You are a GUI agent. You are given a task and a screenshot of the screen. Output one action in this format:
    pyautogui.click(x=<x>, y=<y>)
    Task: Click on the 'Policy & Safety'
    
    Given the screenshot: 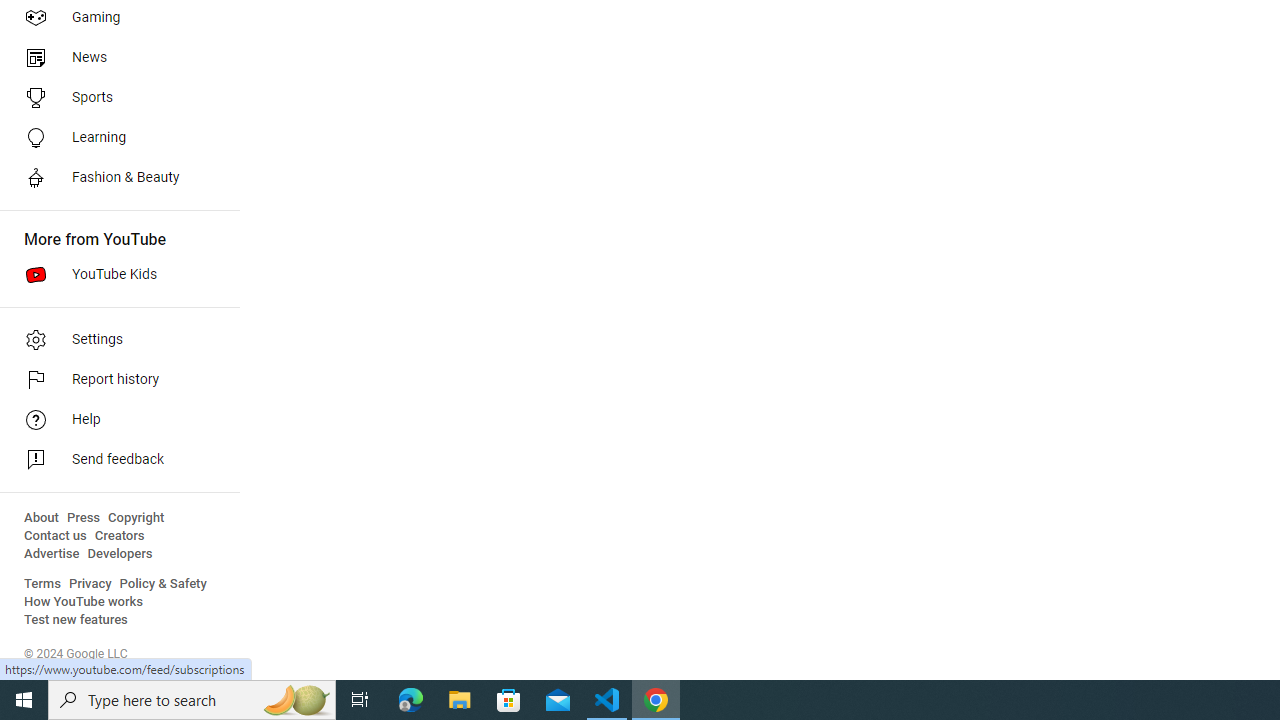 What is the action you would take?
    pyautogui.click(x=163, y=584)
    